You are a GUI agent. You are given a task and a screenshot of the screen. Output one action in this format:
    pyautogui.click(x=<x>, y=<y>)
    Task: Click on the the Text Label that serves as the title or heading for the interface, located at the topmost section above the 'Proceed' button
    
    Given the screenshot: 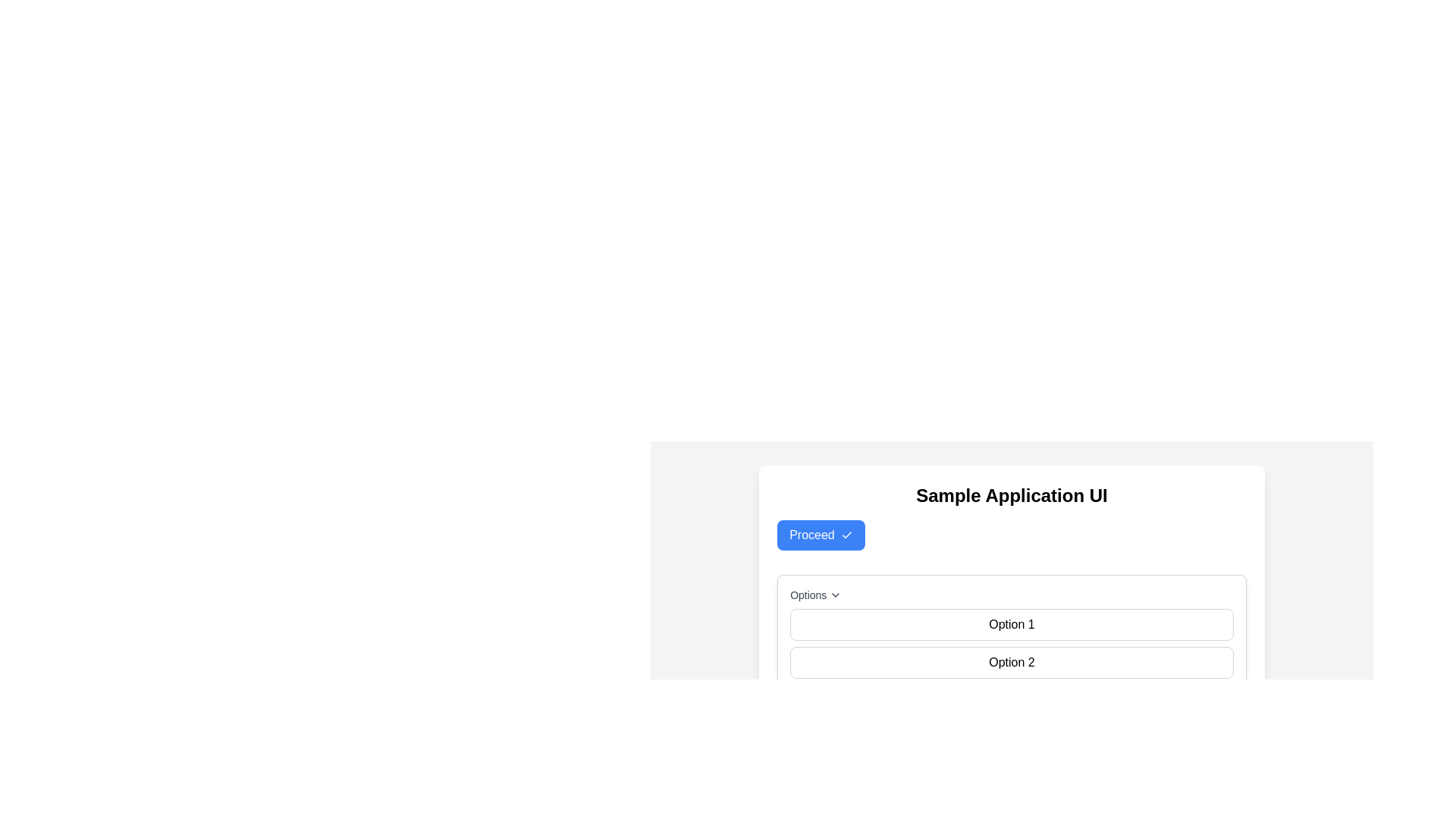 What is the action you would take?
    pyautogui.click(x=1012, y=496)
    